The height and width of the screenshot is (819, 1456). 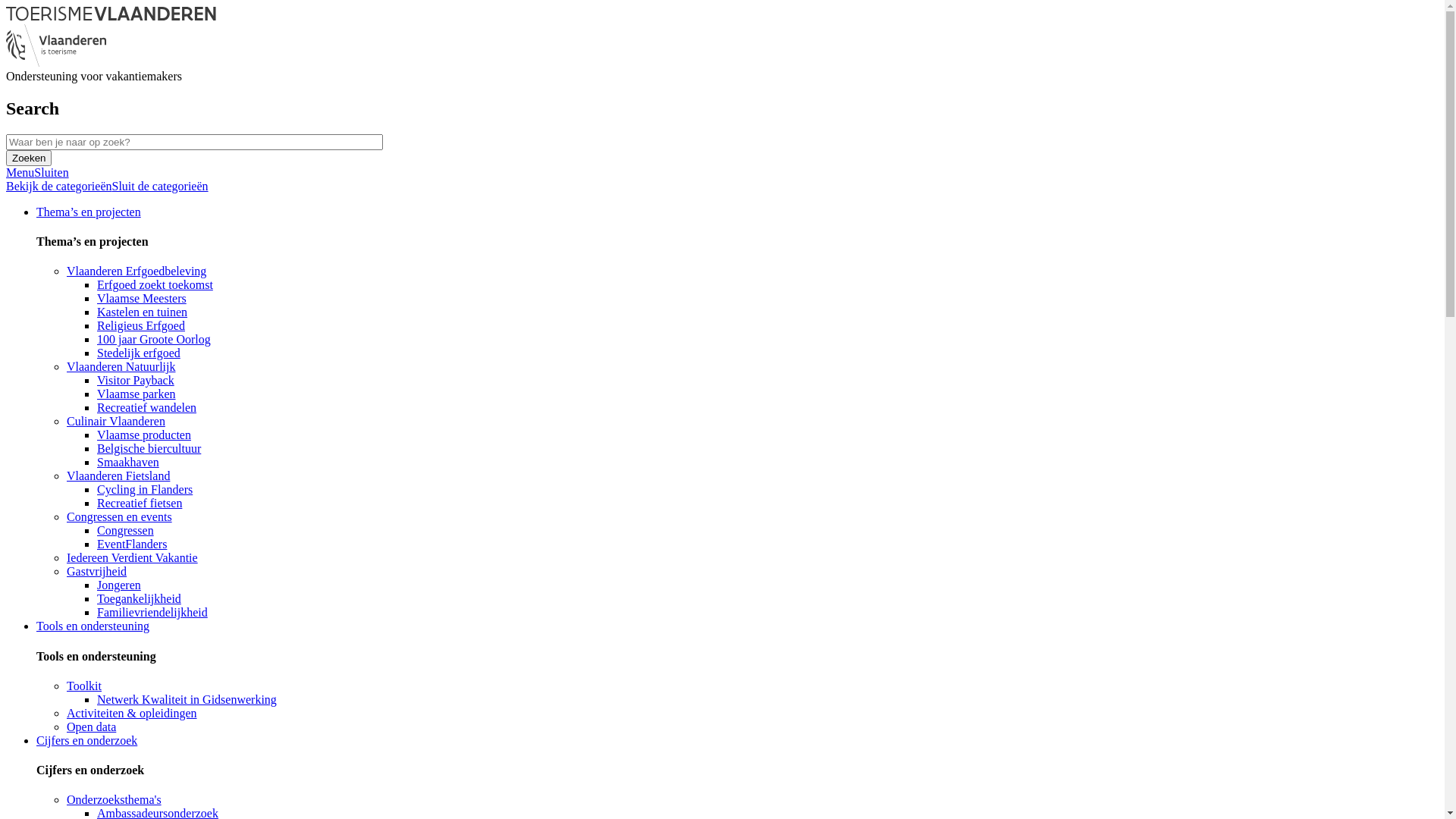 What do you see at coordinates (155, 284) in the screenshot?
I see `'Erfgoed zoekt toekomst'` at bounding box center [155, 284].